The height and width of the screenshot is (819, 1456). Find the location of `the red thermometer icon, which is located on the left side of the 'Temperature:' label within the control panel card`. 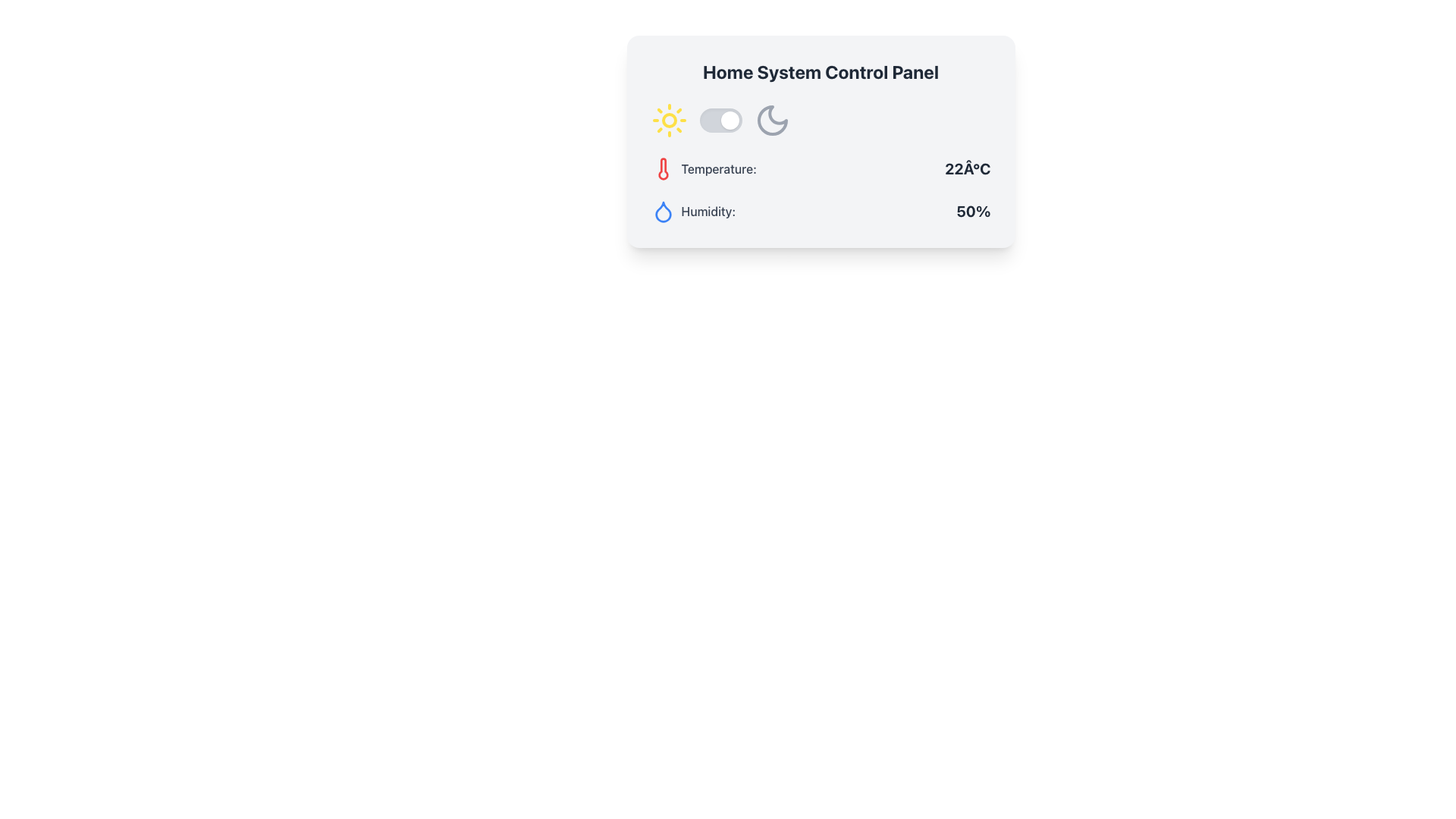

the red thermometer icon, which is located on the left side of the 'Temperature:' label within the control panel card is located at coordinates (663, 169).